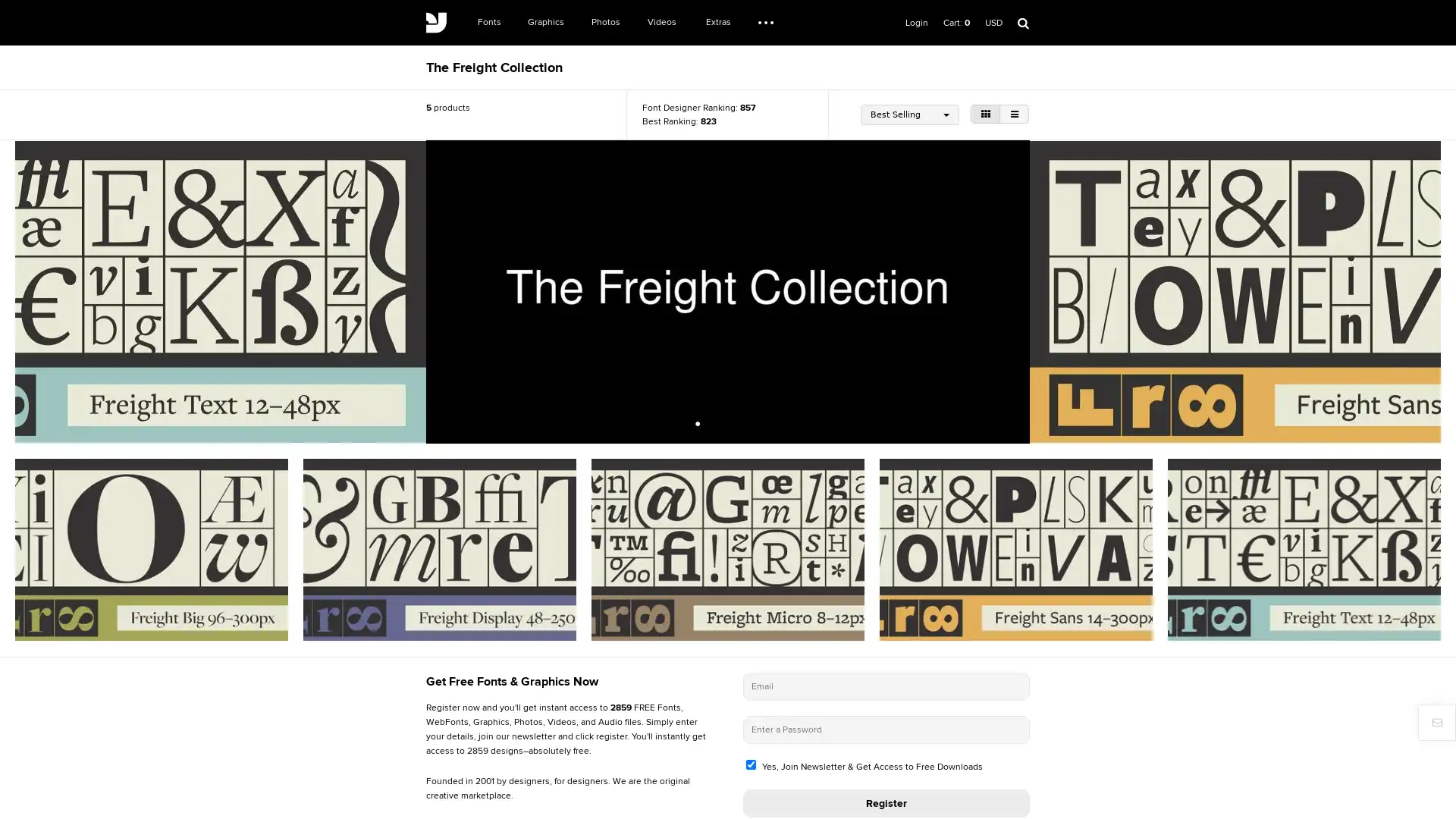  Describe the element at coordinates (910, 114) in the screenshot. I see `Best Selling` at that location.